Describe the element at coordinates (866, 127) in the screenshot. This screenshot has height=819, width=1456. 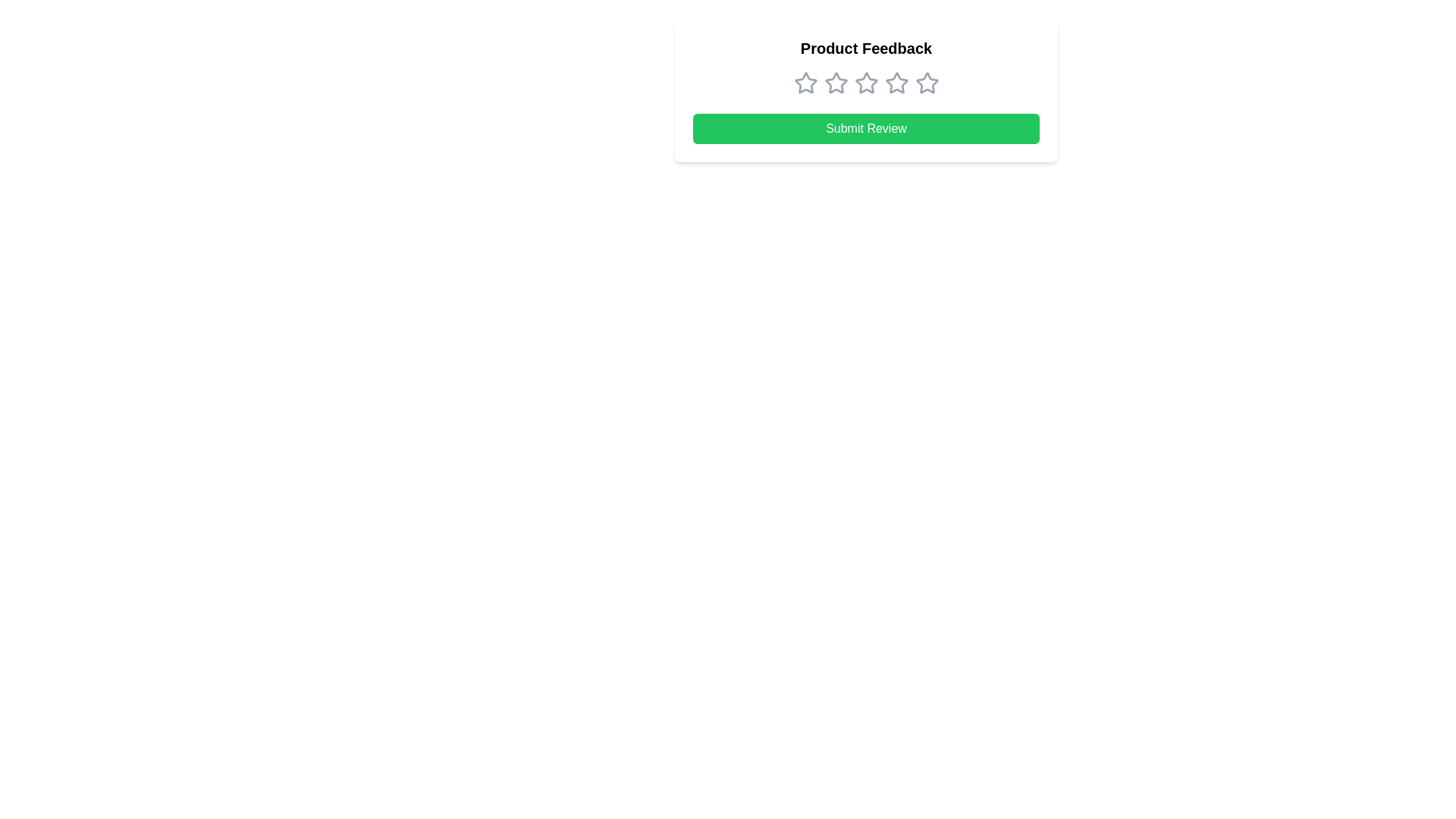
I see `the feedback submission button located at the bottom of the feedback form panel, centered horizontally and directly below the star rating icons` at that location.